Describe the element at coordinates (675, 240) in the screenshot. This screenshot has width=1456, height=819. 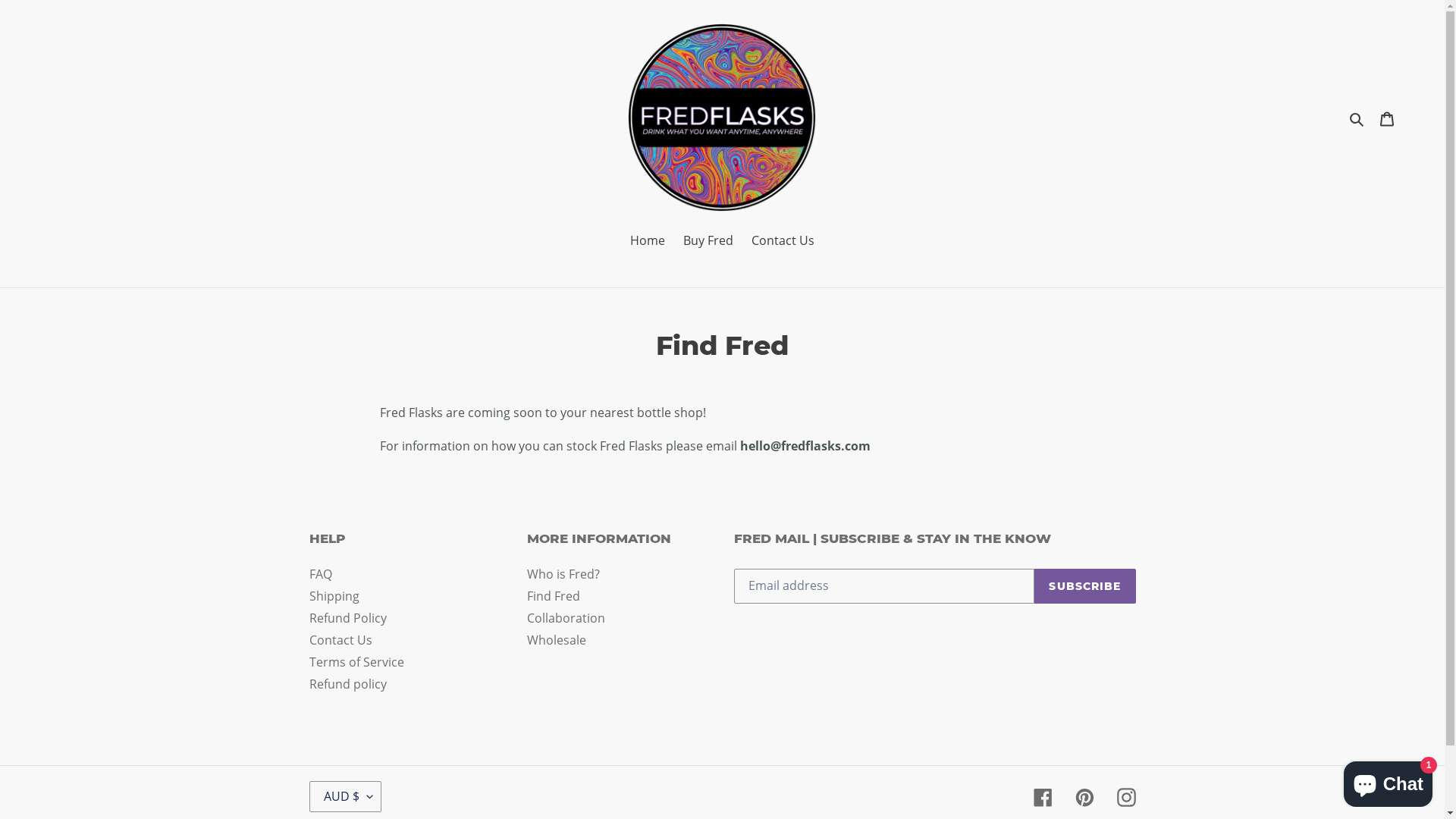
I see `'Buy Fred'` at that location.